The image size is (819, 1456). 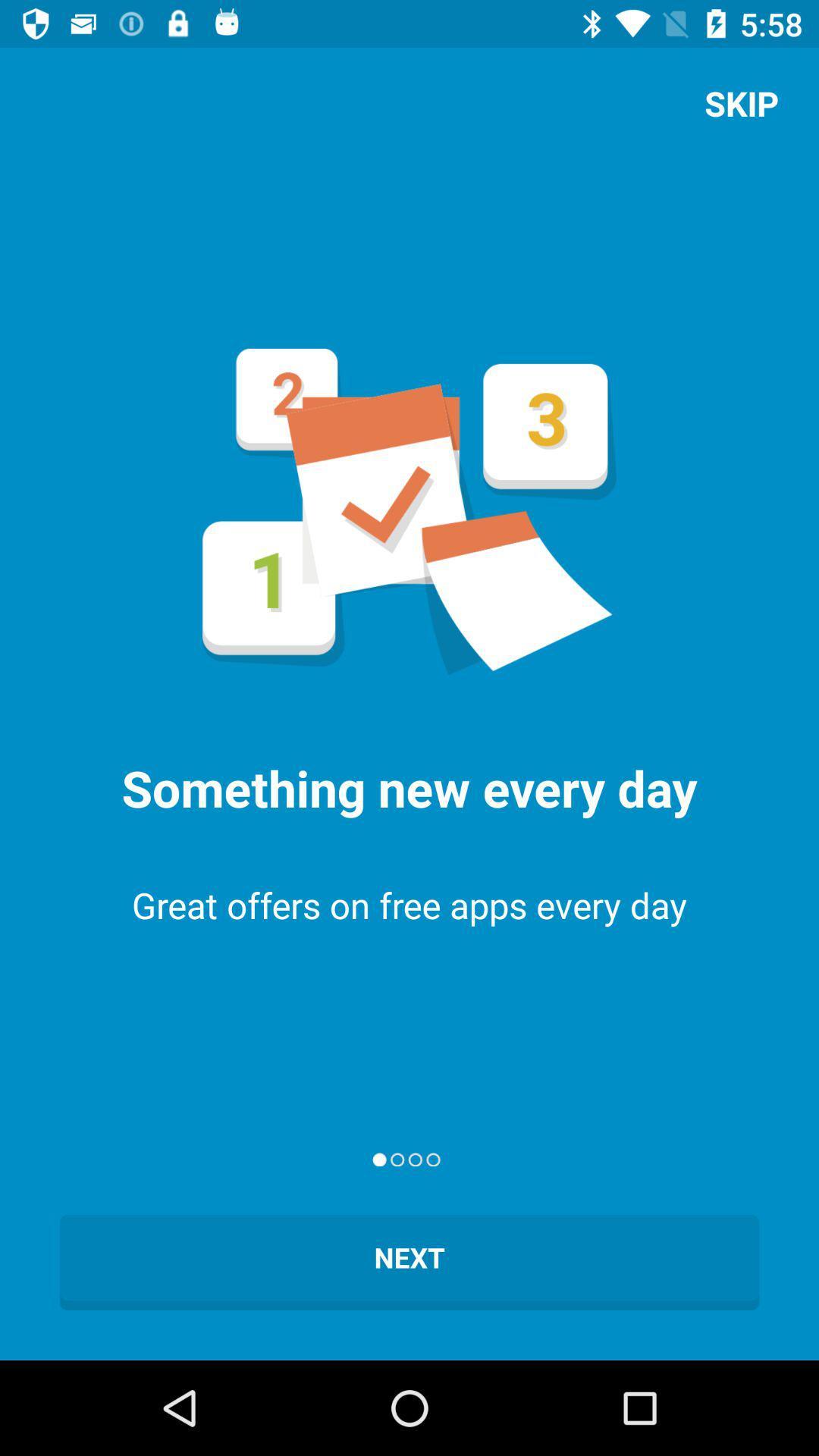 I want to click on the item above the something new every app, so click(x=741, y=102).